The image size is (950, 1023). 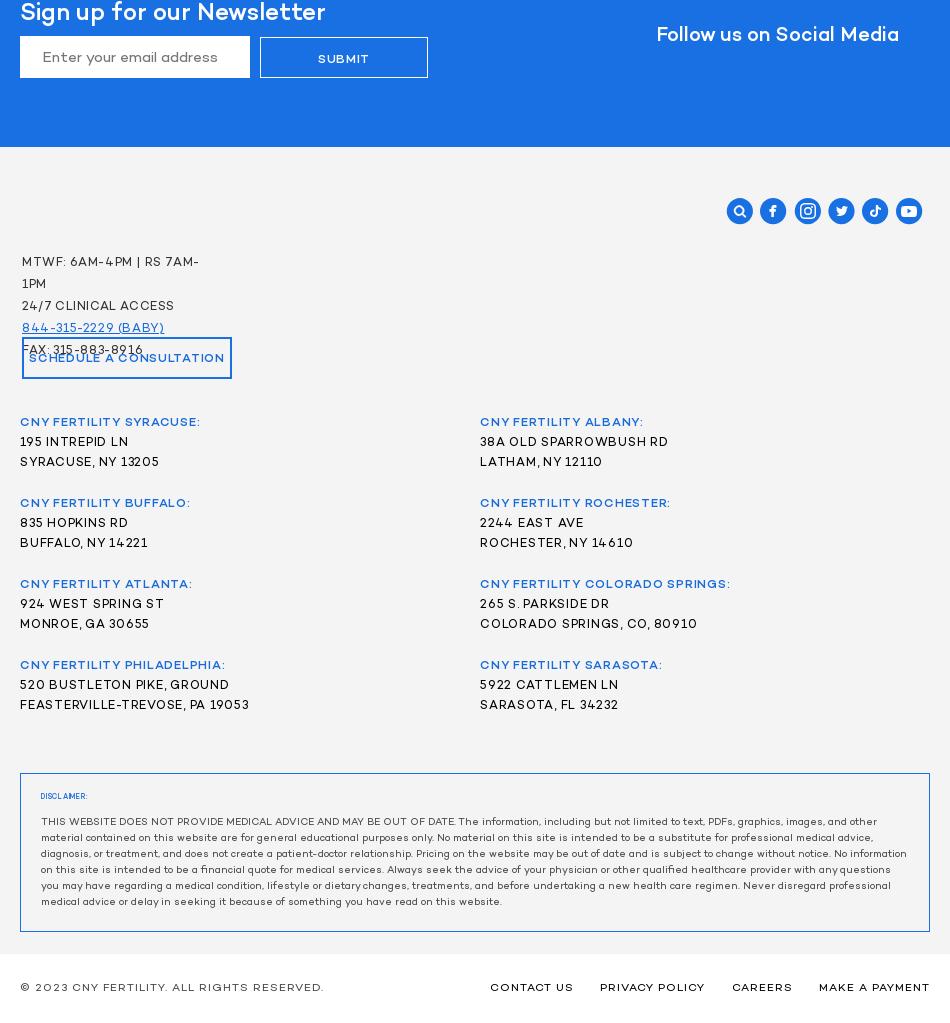 I want to click on 'DISCLAIMER:', so click(x=64, y=797).